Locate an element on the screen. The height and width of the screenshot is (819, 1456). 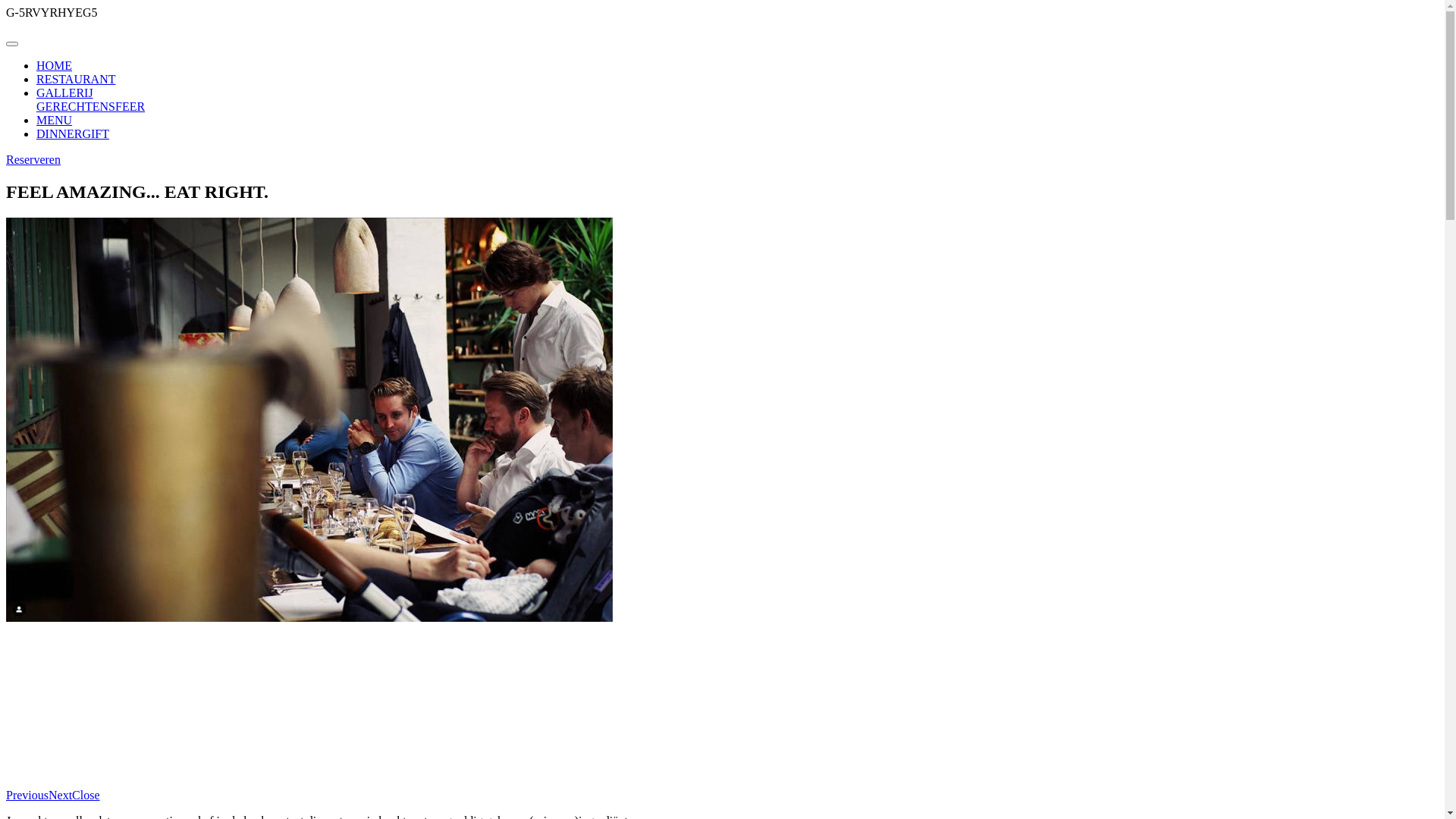
'MENU' is located at coordinates (54, 119).